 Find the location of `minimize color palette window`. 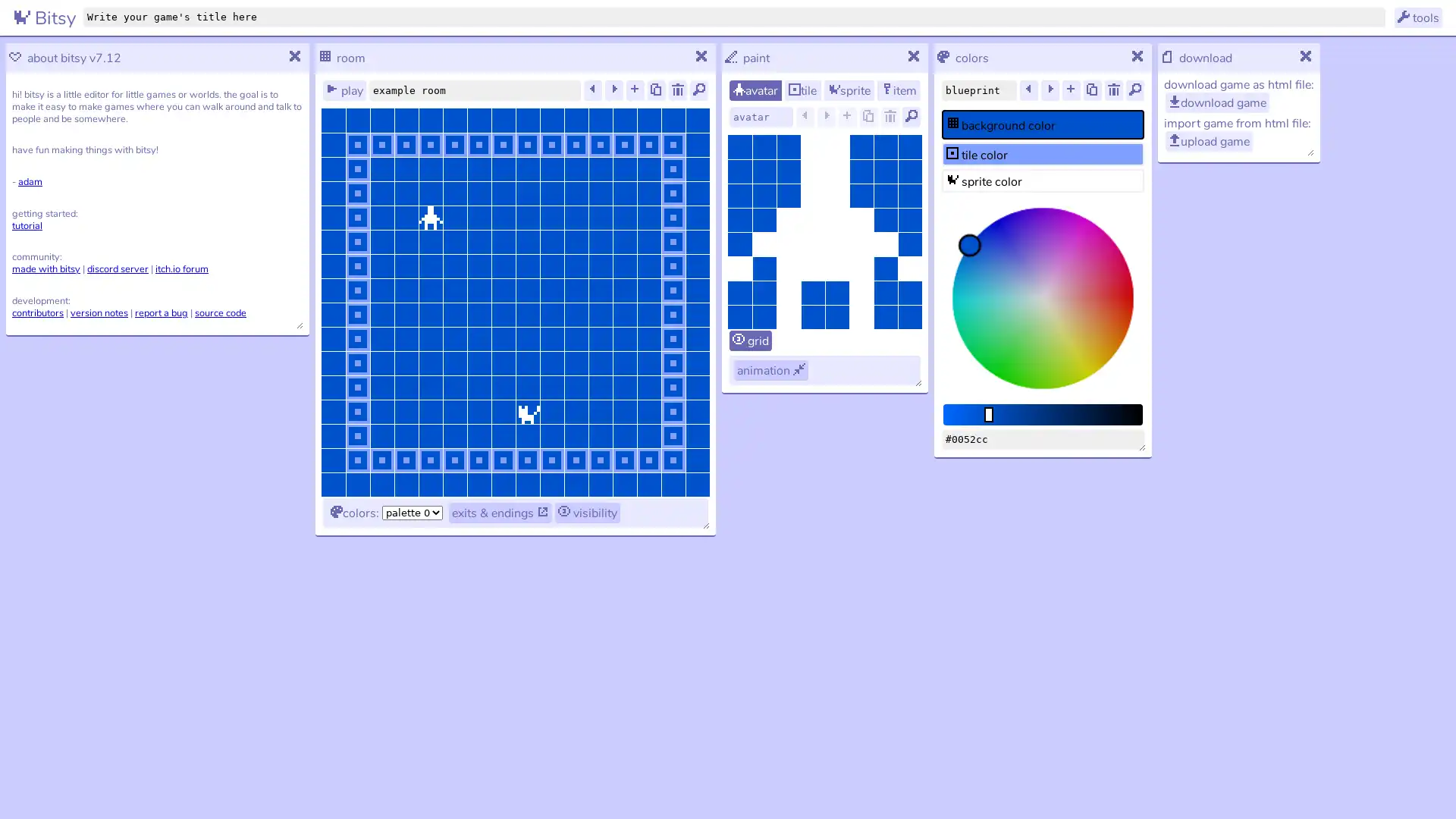

minimize color palette window is located at coordinates (1138, 57).